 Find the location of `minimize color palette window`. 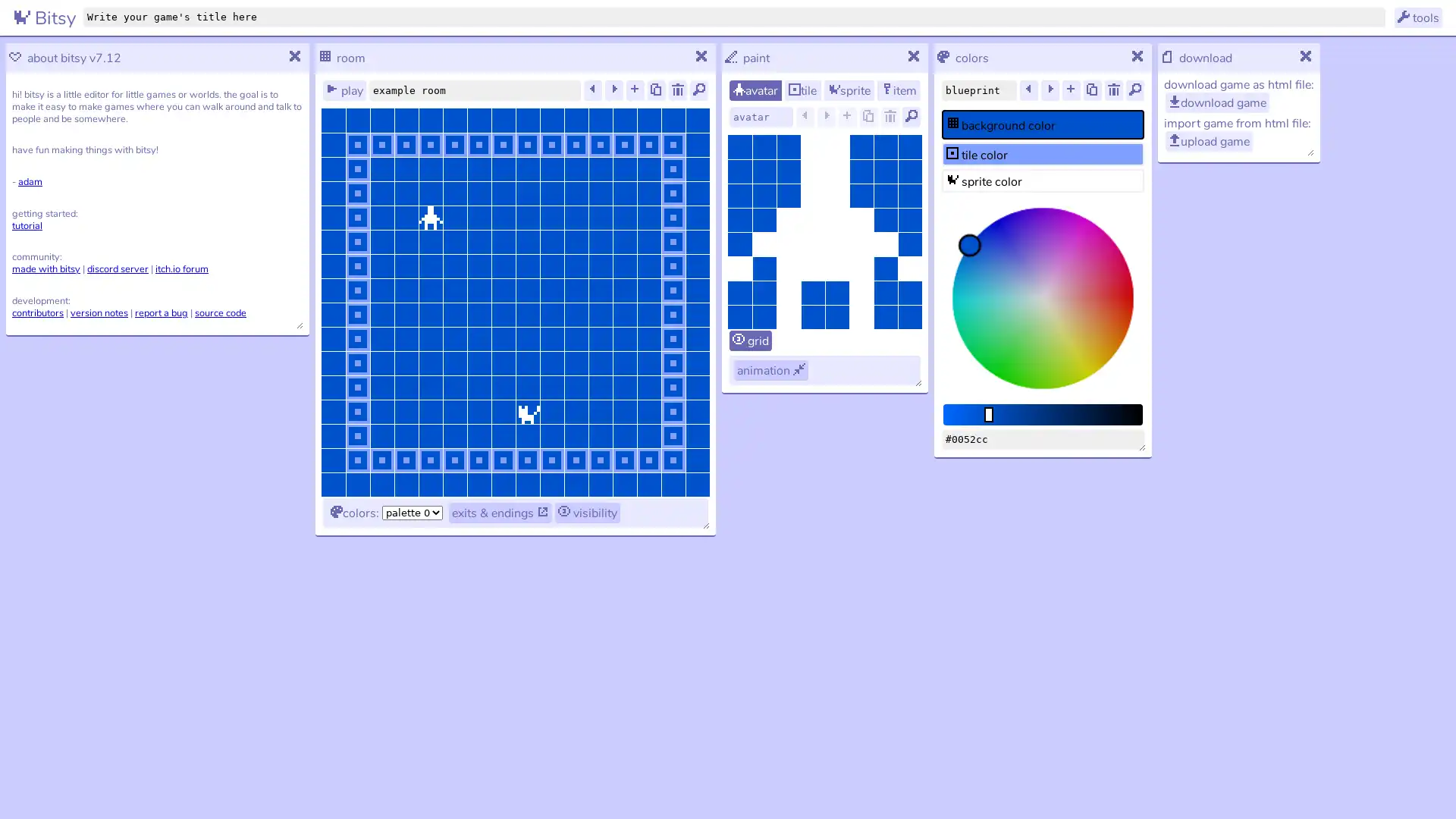

minimize color palette window is located at coordinates (1138, 57).